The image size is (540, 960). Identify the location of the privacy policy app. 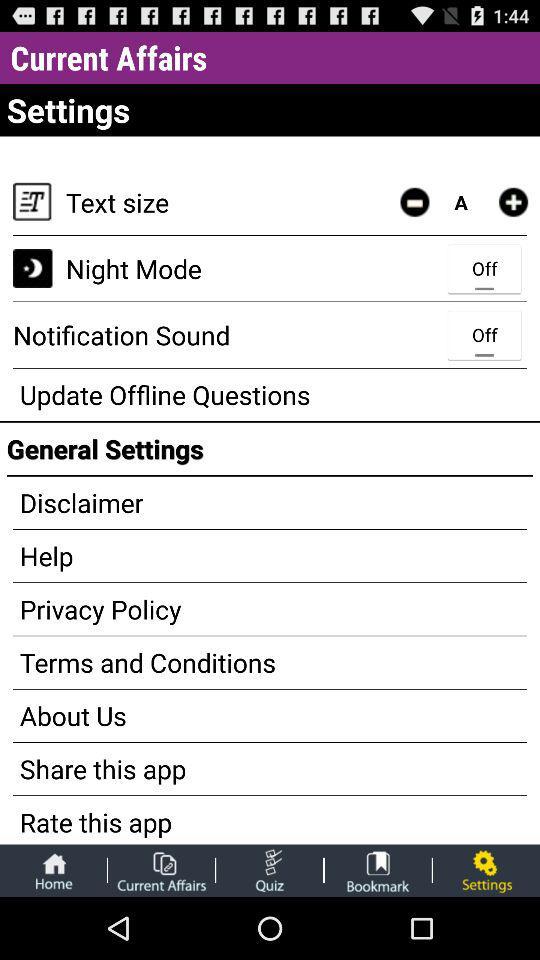
(270, 608).